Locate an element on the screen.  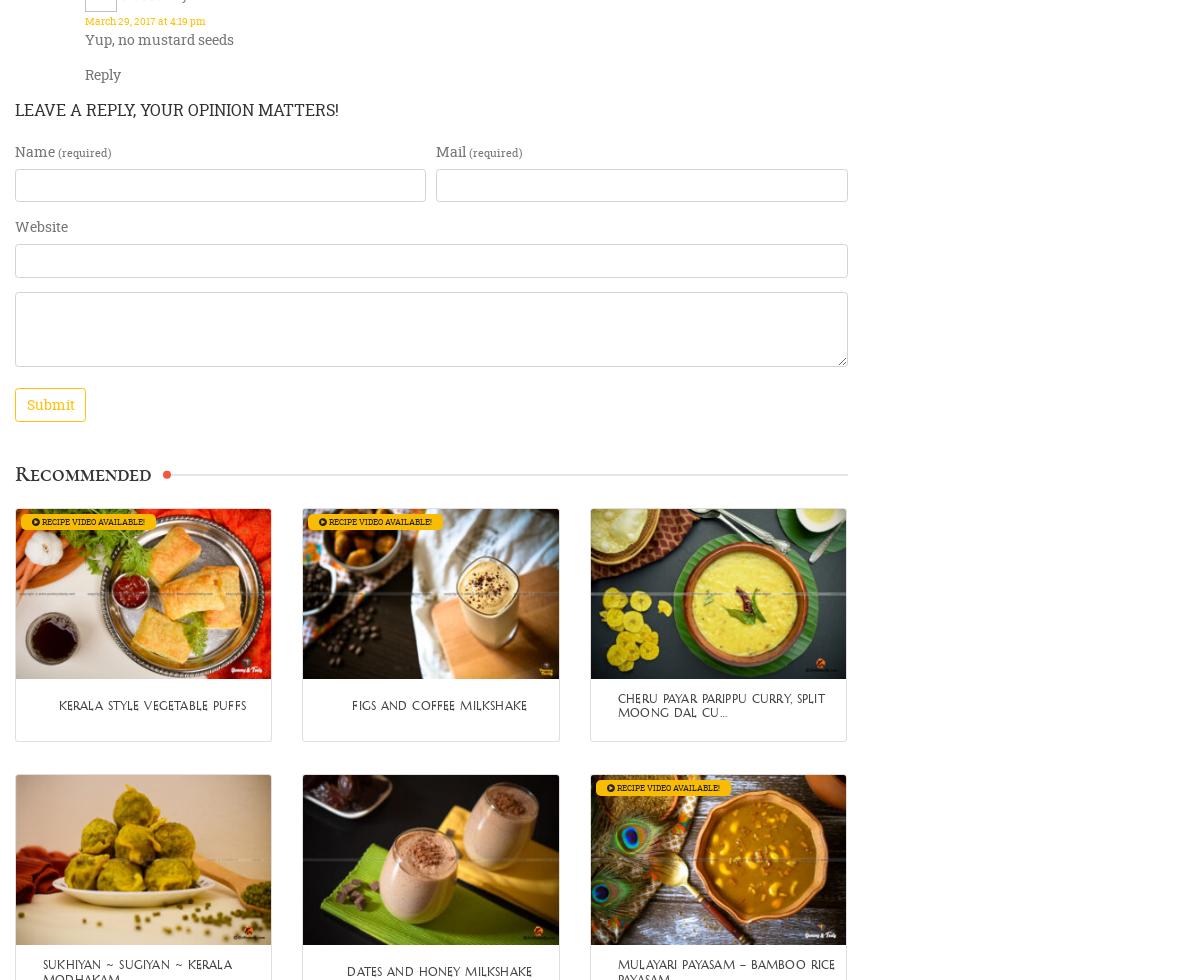
'Kerala style Vegetable Puffs' is located at coordinates (150, 705).